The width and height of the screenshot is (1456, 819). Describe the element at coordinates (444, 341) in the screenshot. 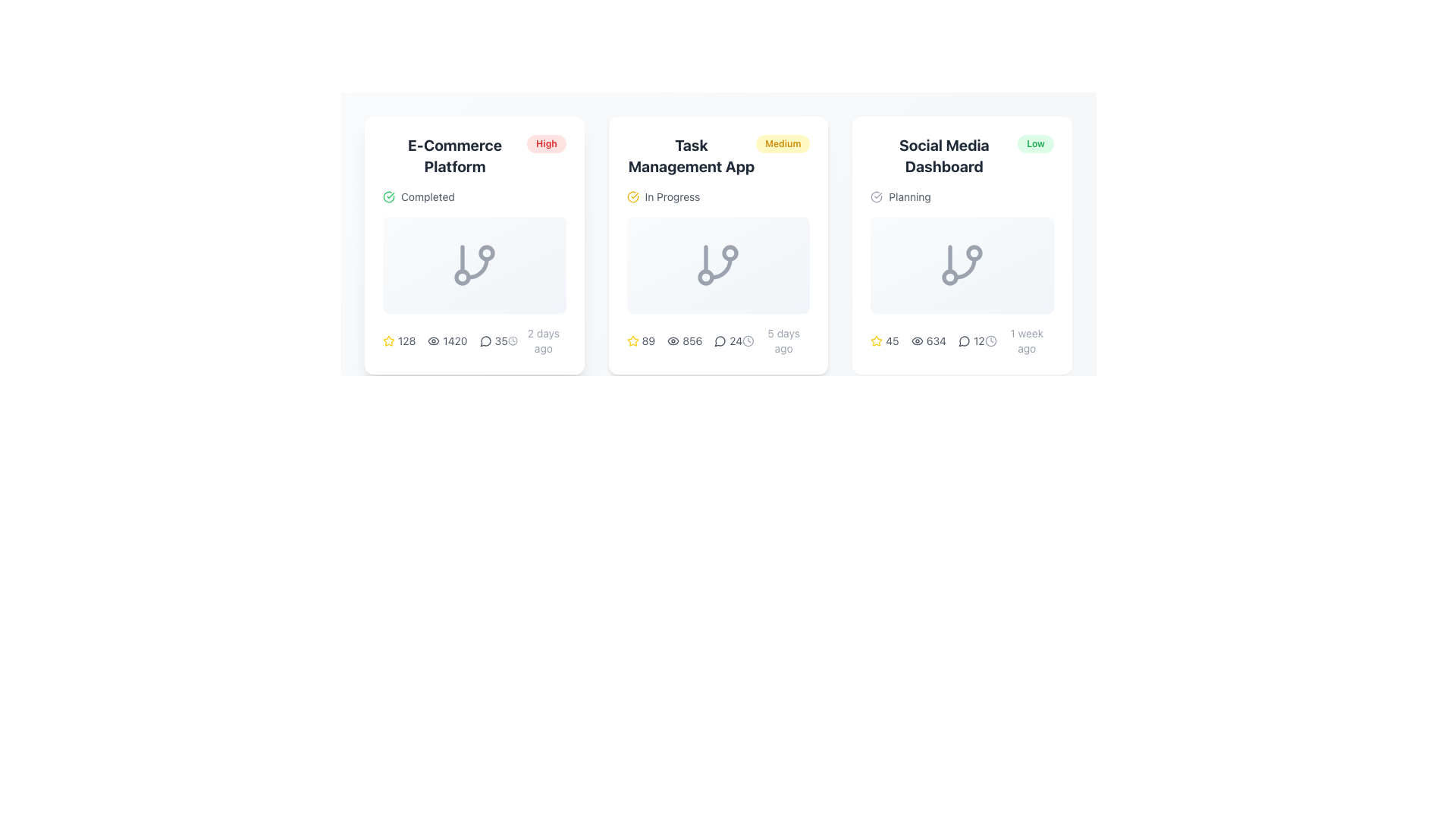

I see `the numeric visibility count displayed in the statistics bar at the bottom of the first card in the E-Commerce Platform layout, located between the star icon and the chat bubble icon` at that location.